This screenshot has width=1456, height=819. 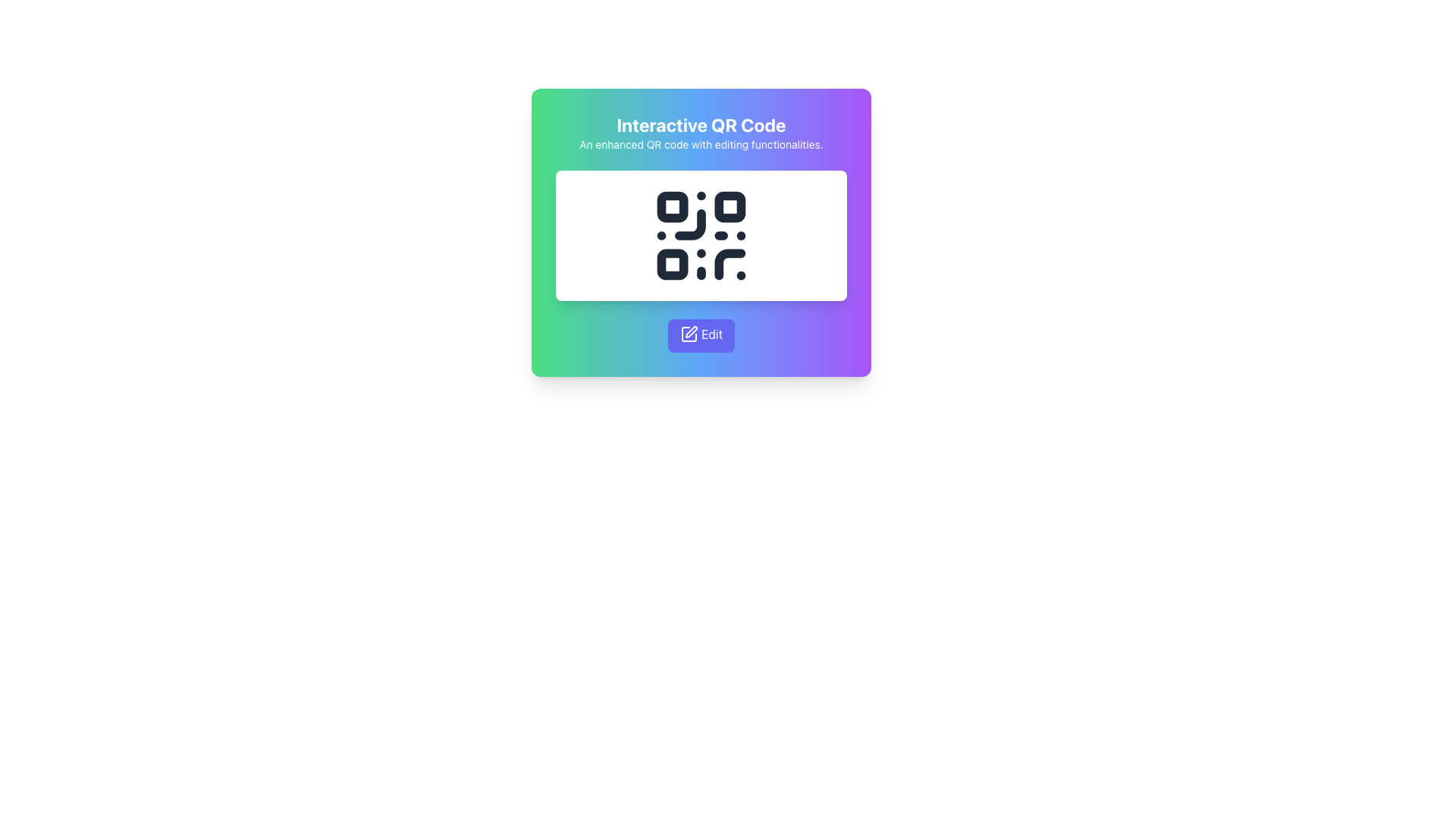 I want to click on the second small square in the top-right corner of the QR code, which is an SVG rectangle with rounded corners, so click(x=730, y=207).